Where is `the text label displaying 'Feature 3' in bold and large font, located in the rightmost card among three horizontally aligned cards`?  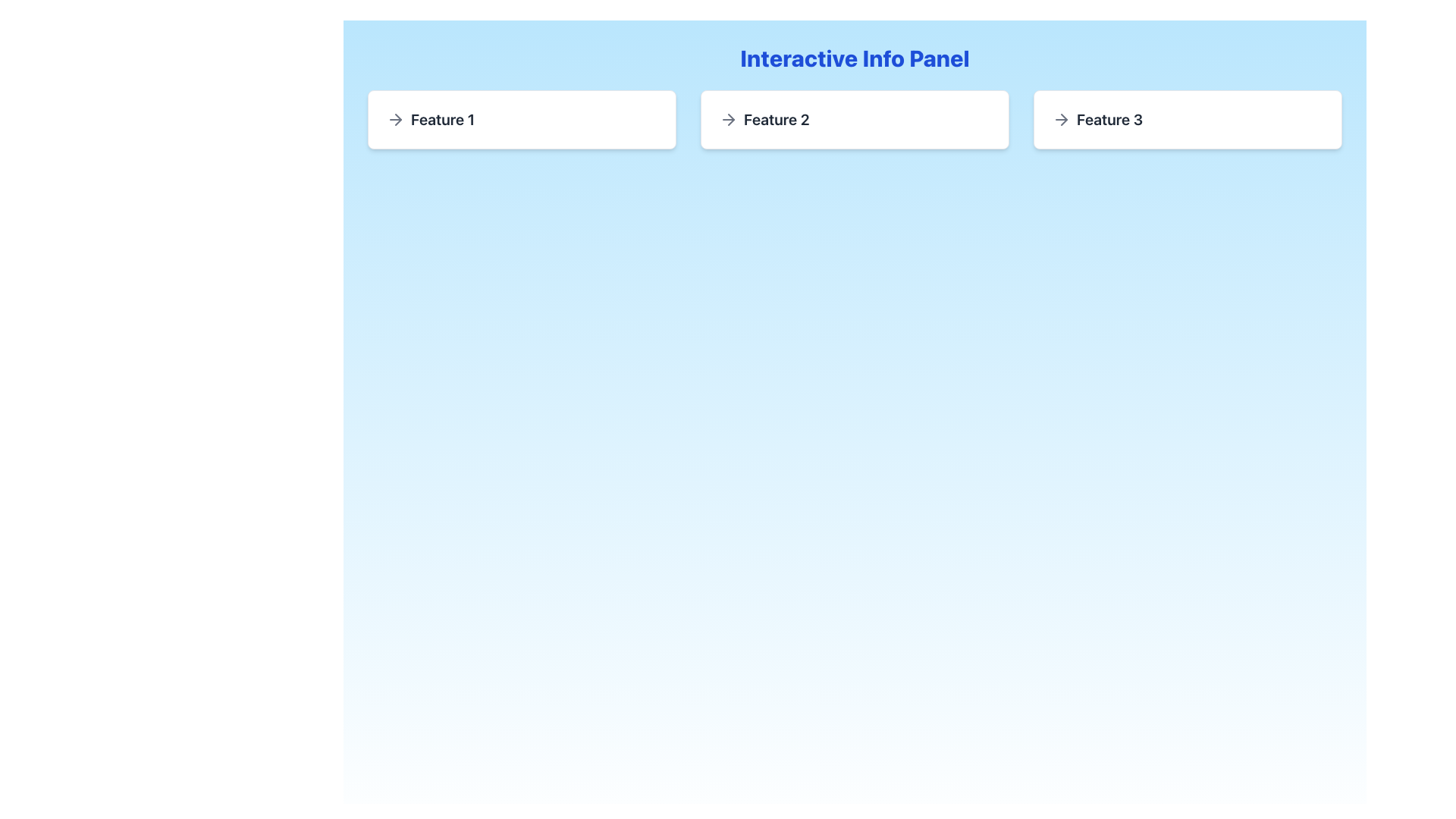 the text label displaying 'Feature 3' in bold and large font, located in the rightmost card among three horizontally aligned cards is located at coordinates (1109, 119).